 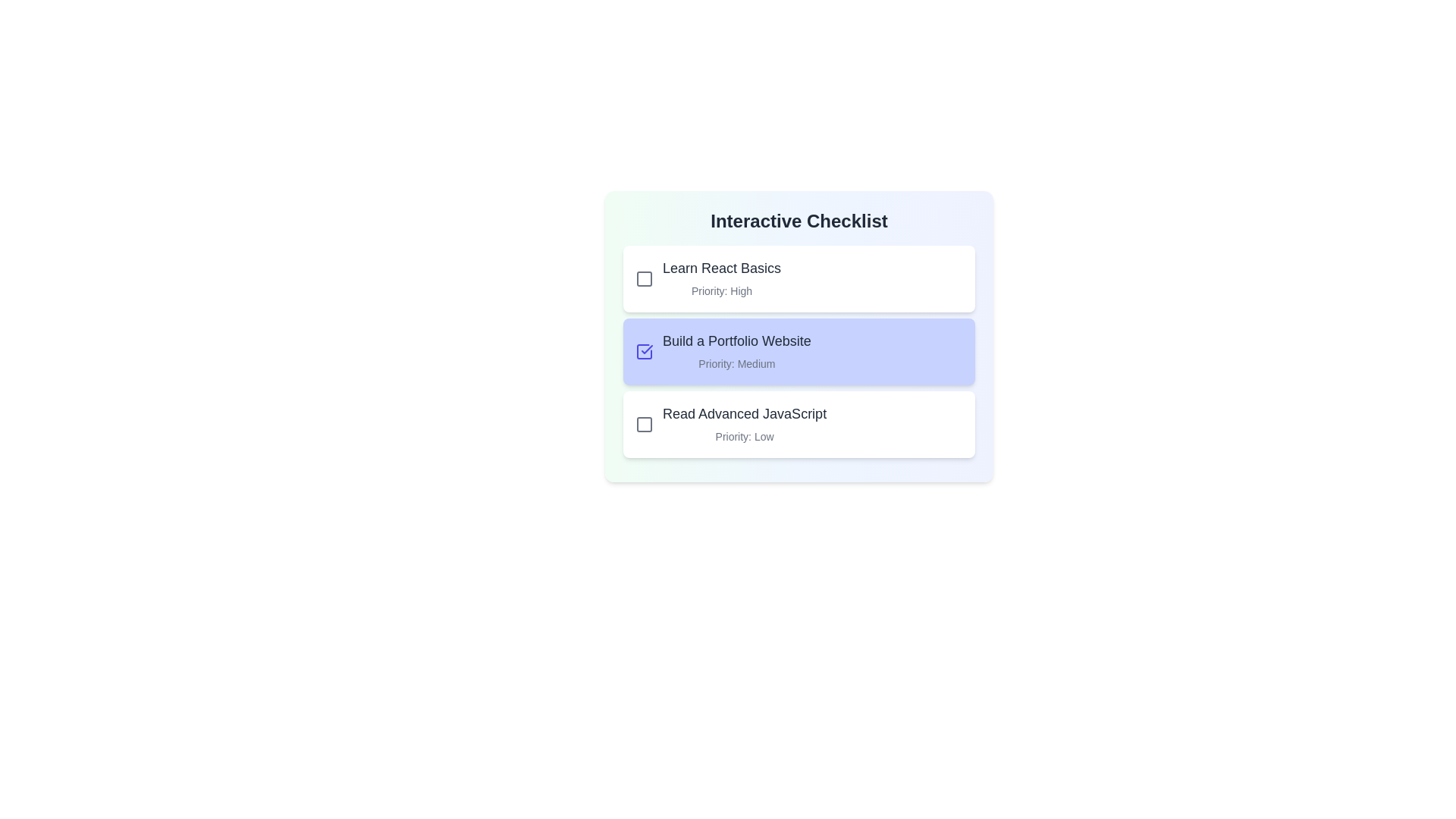 What do you see at coordinates (799, 351) in the screenshot?
I see `the checklist item Build a Portfolio Website to observe its hover effect` at bounding box center [799, 351].